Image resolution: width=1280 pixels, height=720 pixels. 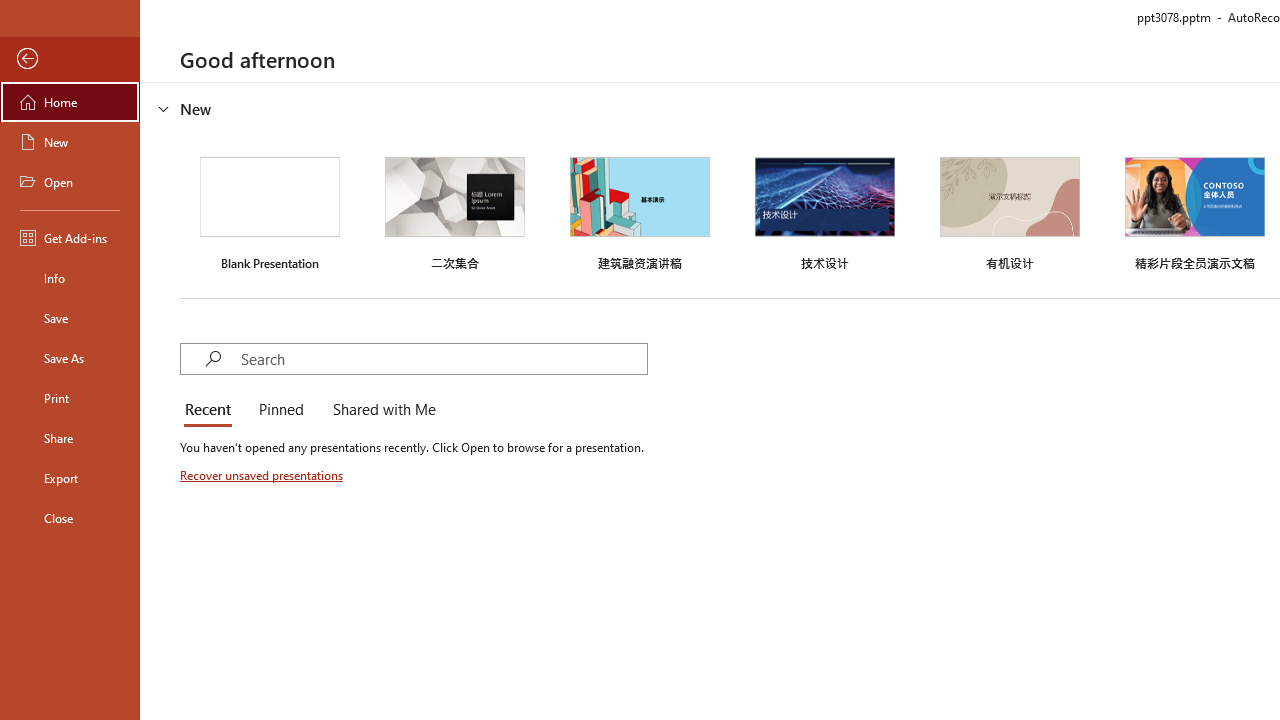 What do you see at coordinates (69, 58) in the screenshot?
I see `'Back'` at bounding box center [69, 58].